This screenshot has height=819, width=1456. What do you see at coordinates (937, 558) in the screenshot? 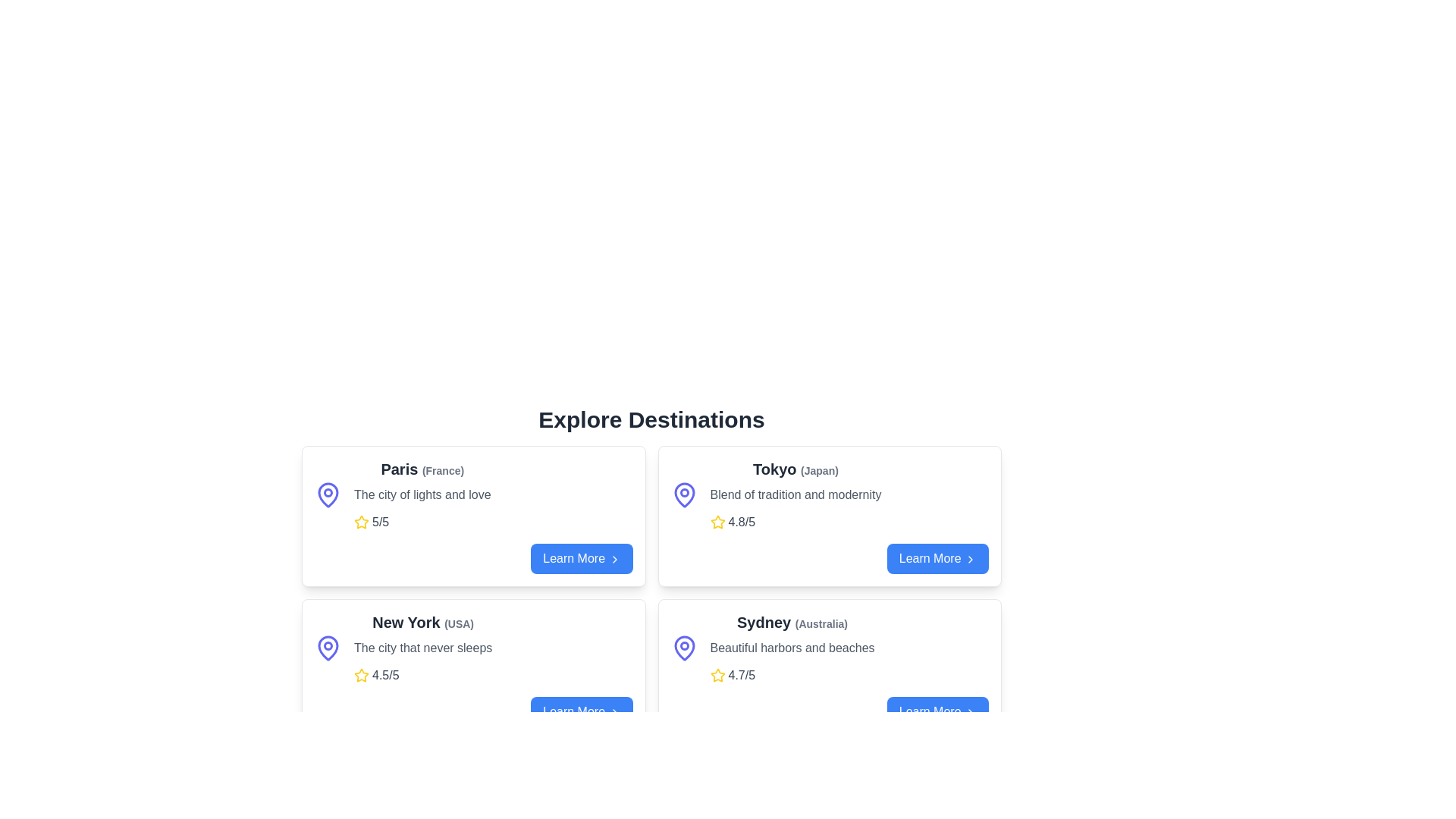
I see `the button located in the bottom-right corner of the 'Tokyo (Japan)' card` at bounding box center [937, 558].